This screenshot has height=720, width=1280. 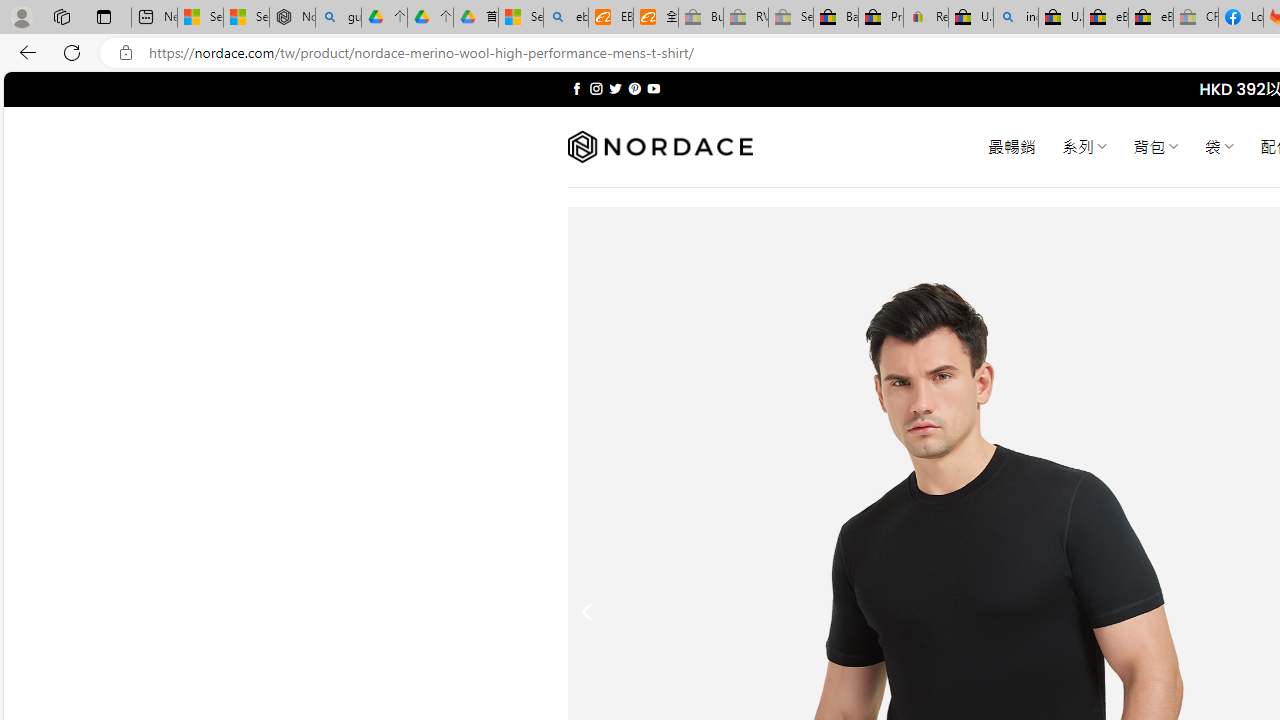 I want to click on 'Nordace', so click(x=659, y=146).